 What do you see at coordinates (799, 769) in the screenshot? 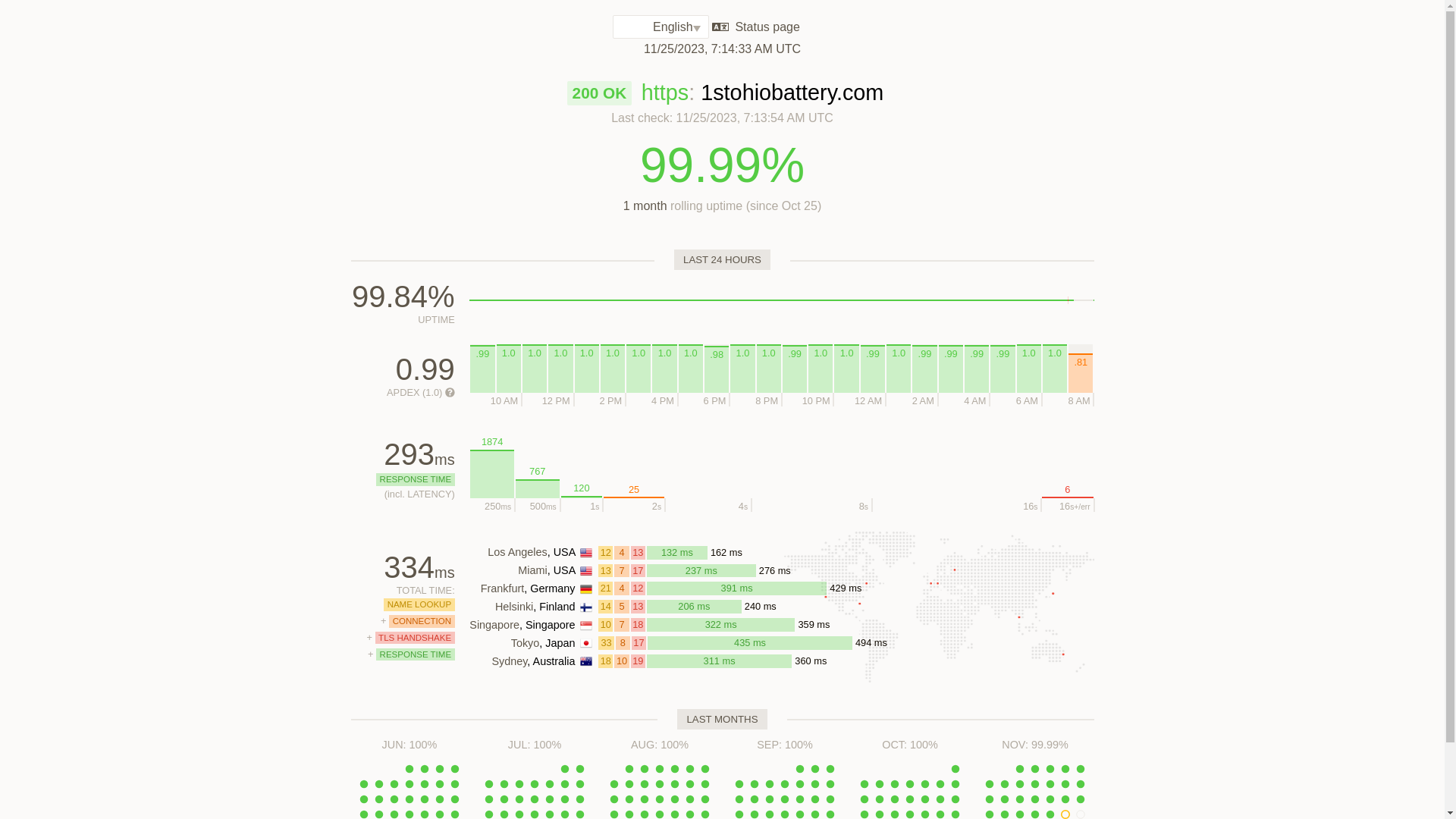
I see `'<small>Sep 01:</small> No downtime'` at bounding box center [799, 769].